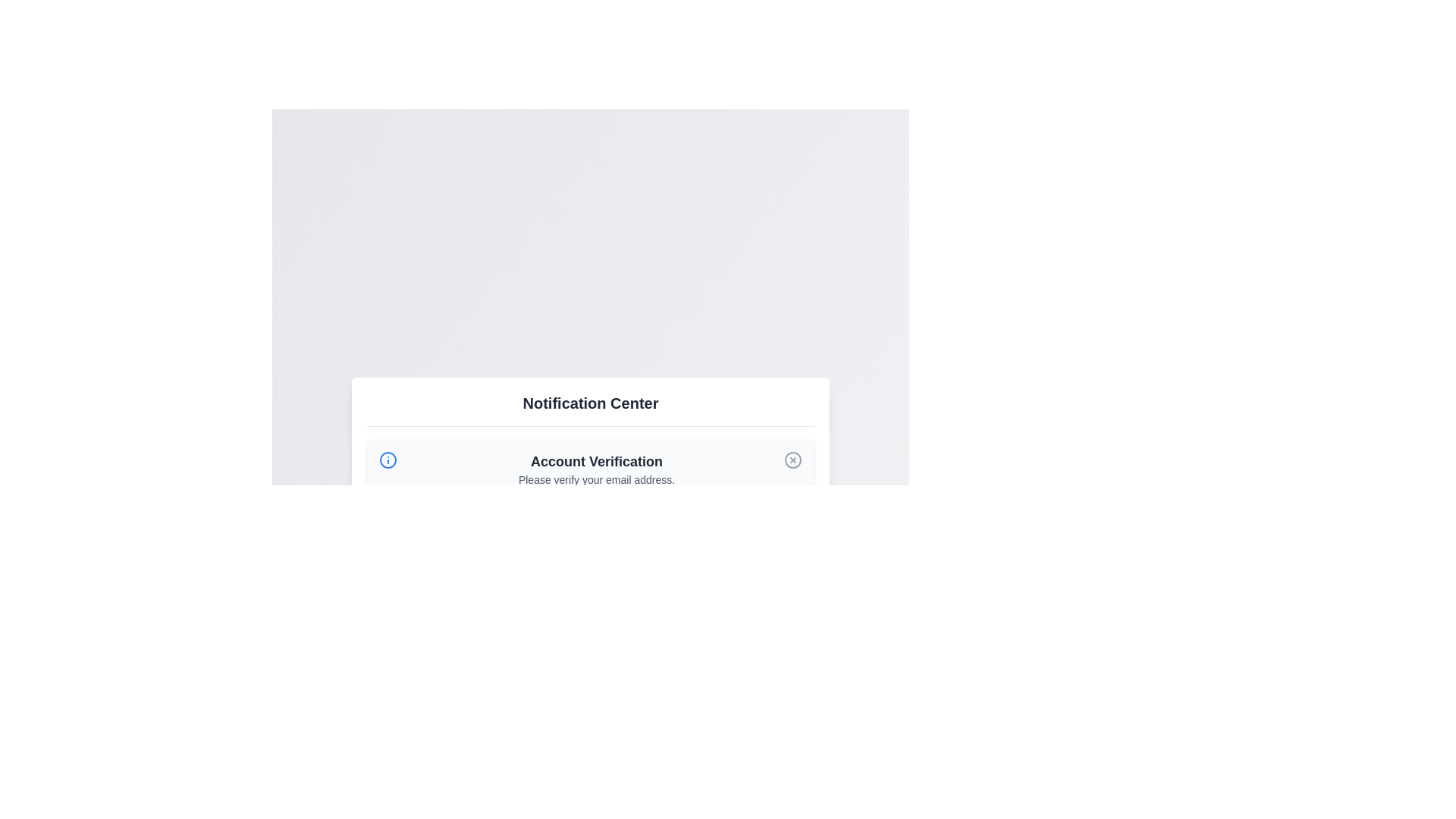  I want to click on the informational indicator icon located at the top-left corner of the notification card, adjacent to the 'Account Verification' text, so click(388, 459).